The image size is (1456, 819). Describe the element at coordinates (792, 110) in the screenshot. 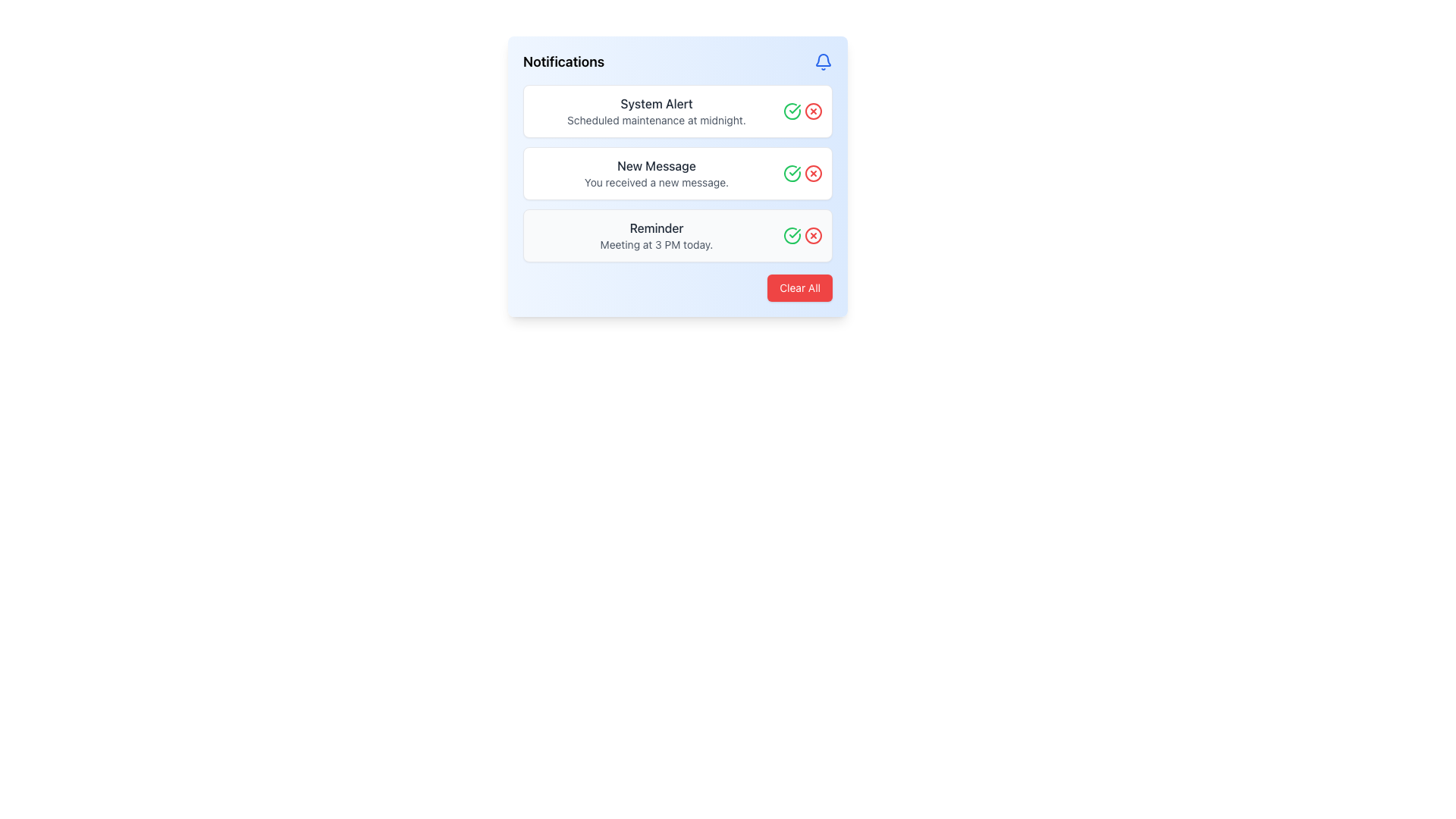

I see `the confirmation button for the 'System Alert' notification, which is the leftmost icon in the group of two interactive icons on the right side of the notification entry` at that location.